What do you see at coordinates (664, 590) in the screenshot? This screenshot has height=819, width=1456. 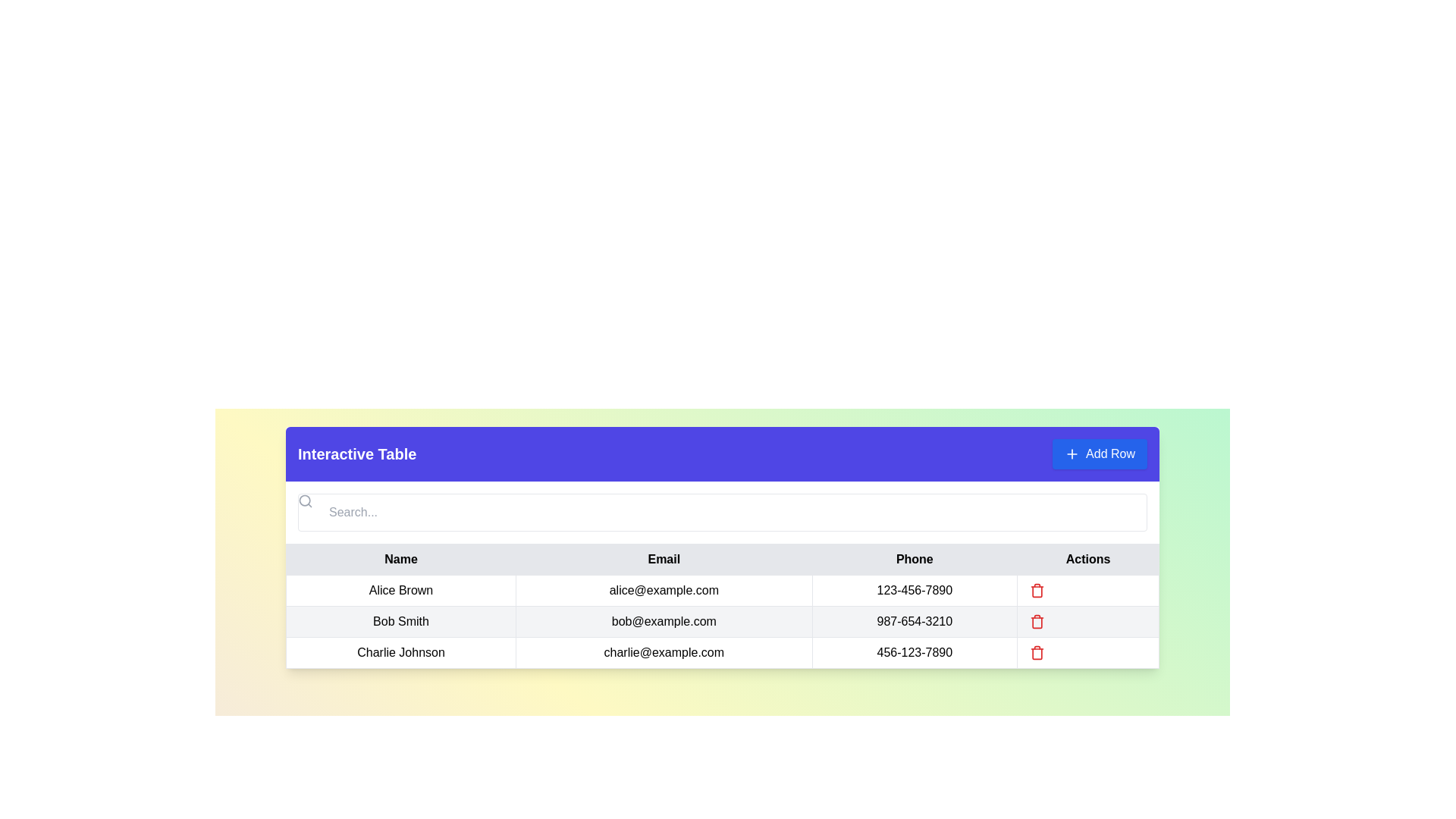 I see `text content from the text field displaying the email address 'alice@example.com', located in the 'Email' column of the table row for 'Alice Brown'` at bounding box center [664, 590].